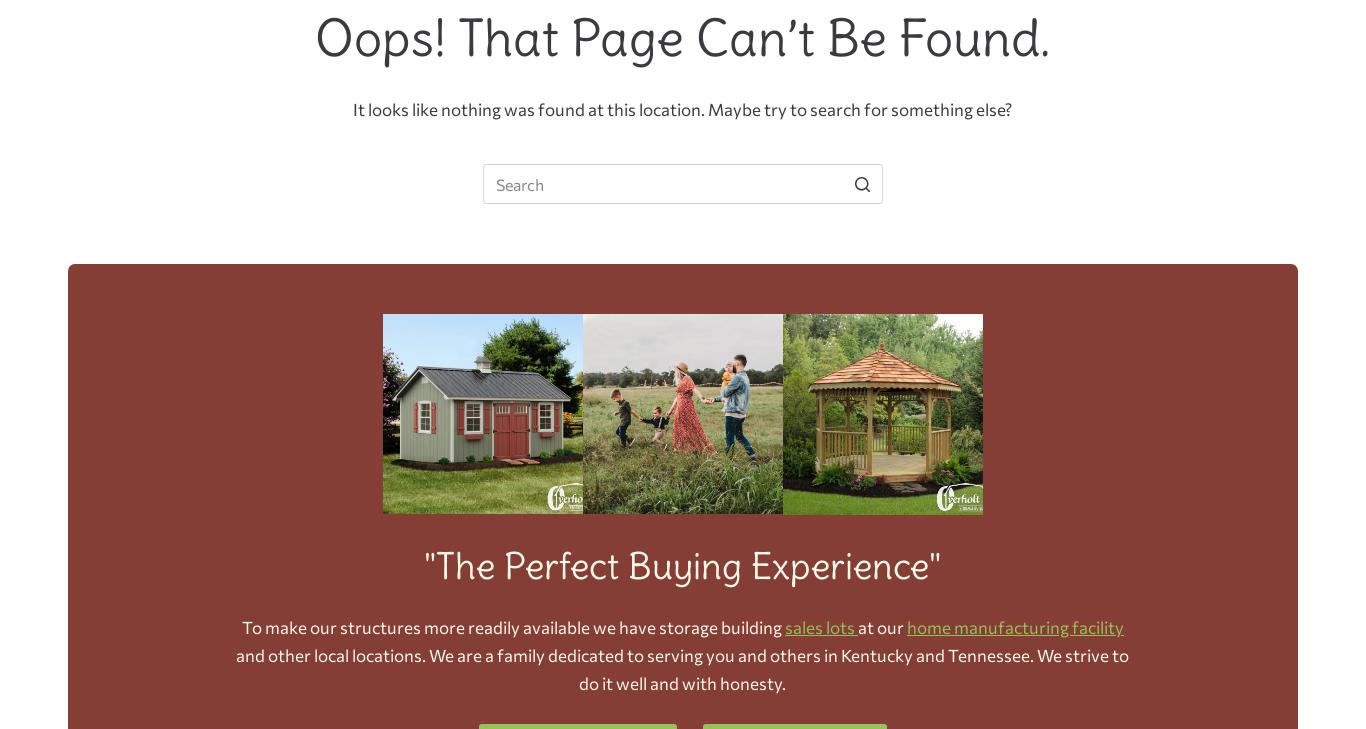  I want to click on '270-726-7948', so click(739, 268).